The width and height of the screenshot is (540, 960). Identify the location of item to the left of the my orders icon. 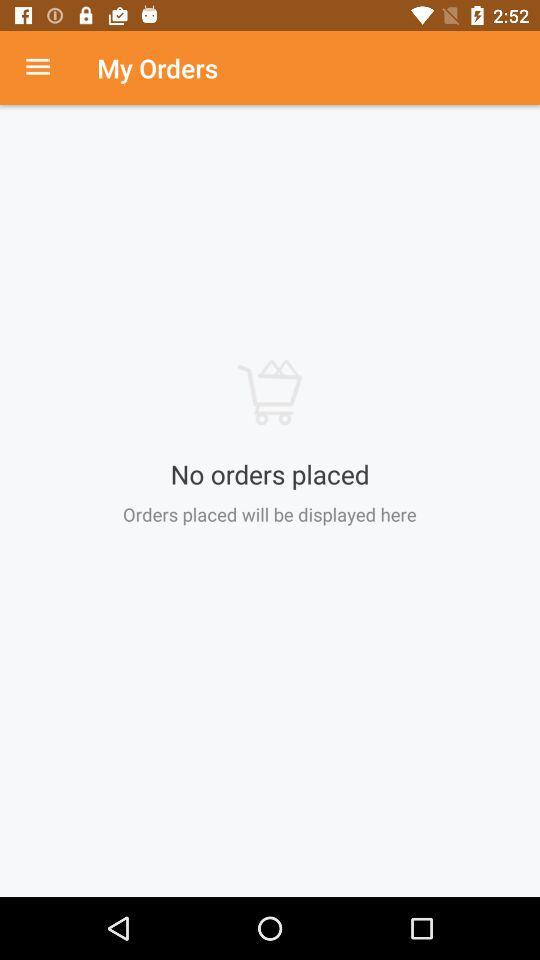
(48, 68).